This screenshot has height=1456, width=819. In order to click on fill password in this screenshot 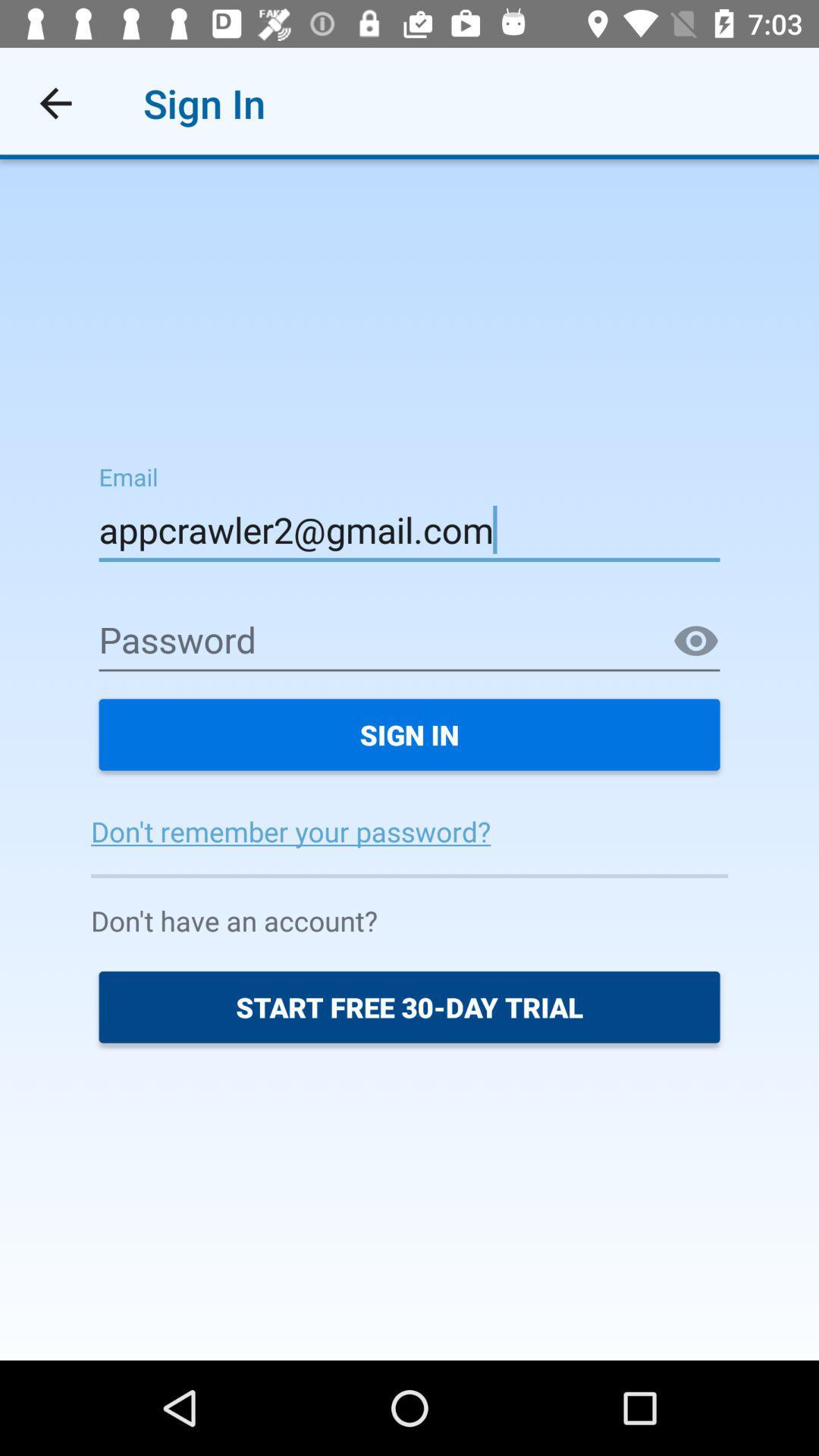, I will do `click(409, 642)`.